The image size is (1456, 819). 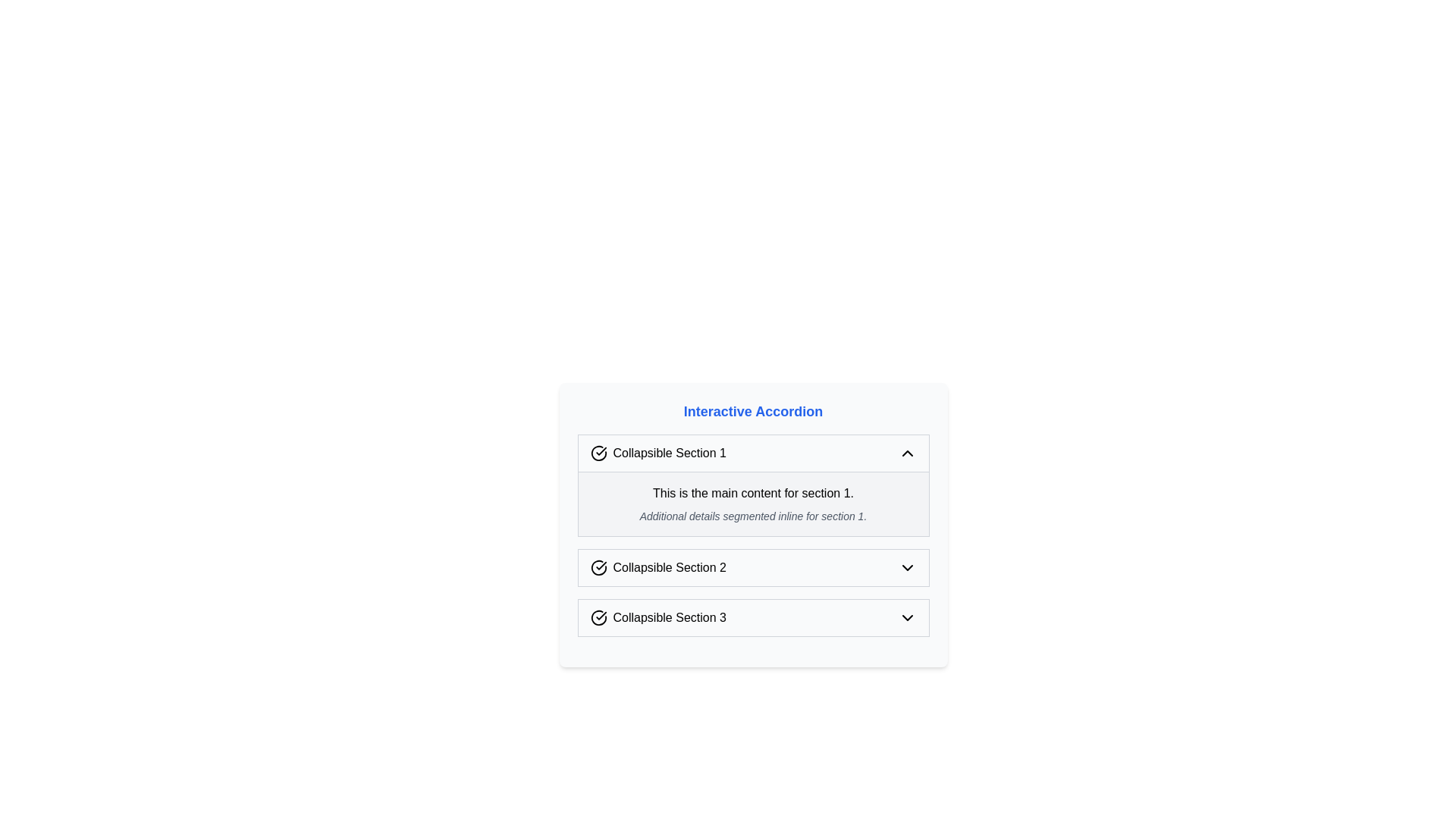 I want to click on the SVG icon component located at the leftmost side of the header for the collapsible section titled 'Collapsible Section 2', so click(x=598, y=567).